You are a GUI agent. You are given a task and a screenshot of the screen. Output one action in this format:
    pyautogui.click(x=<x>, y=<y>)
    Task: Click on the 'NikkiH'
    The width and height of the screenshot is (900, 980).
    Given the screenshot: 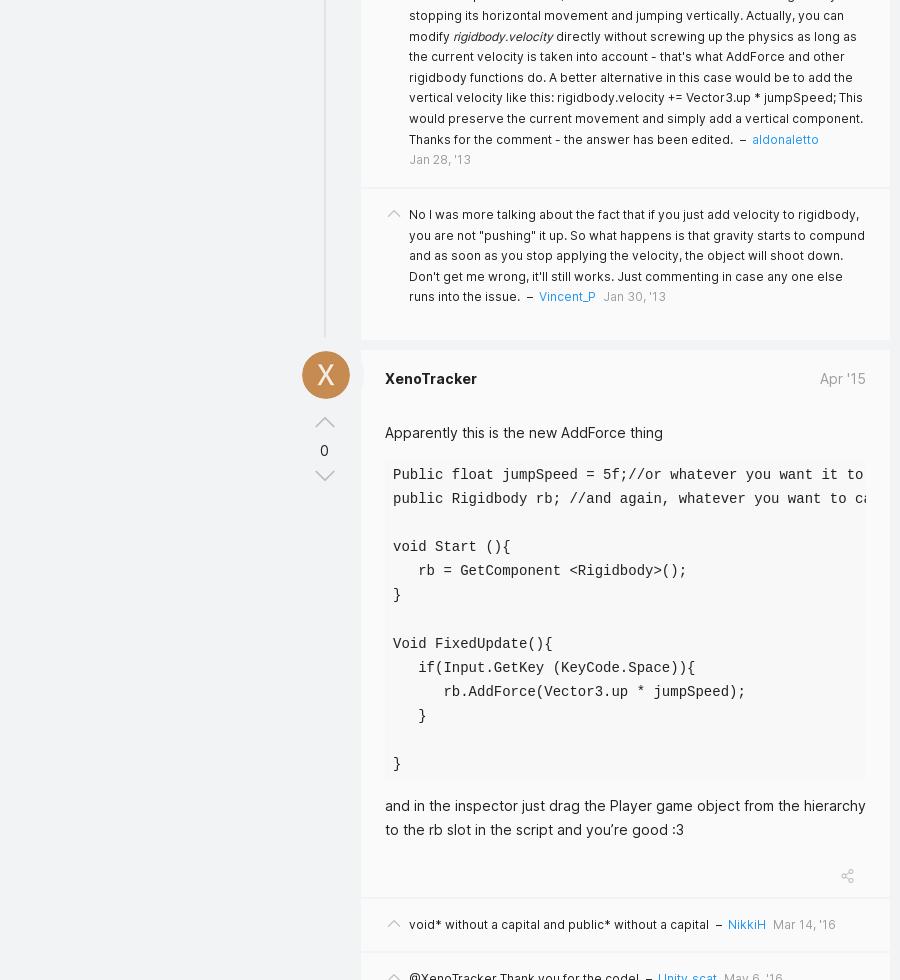 What is the action you would take?
    pyautogui.click(x=727, y=923)
    